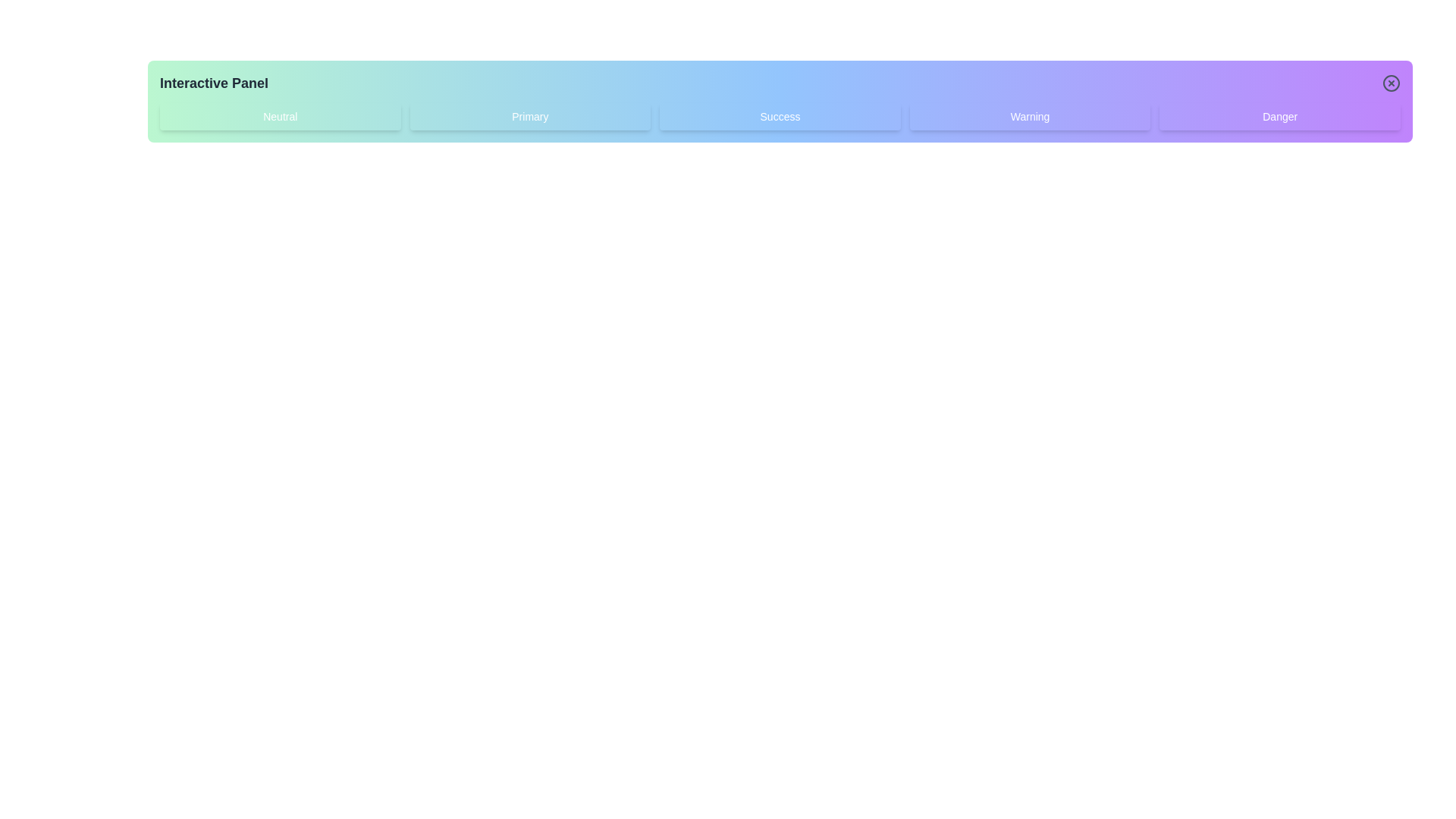 The width and height of the screenshot is (1456, 819). Describe the element at coordinates (1391, 83) in the screenshot. I see `the close button located at the far-right edge of the 'Interactive Panel' to hide or close the associated UI component` at that location.